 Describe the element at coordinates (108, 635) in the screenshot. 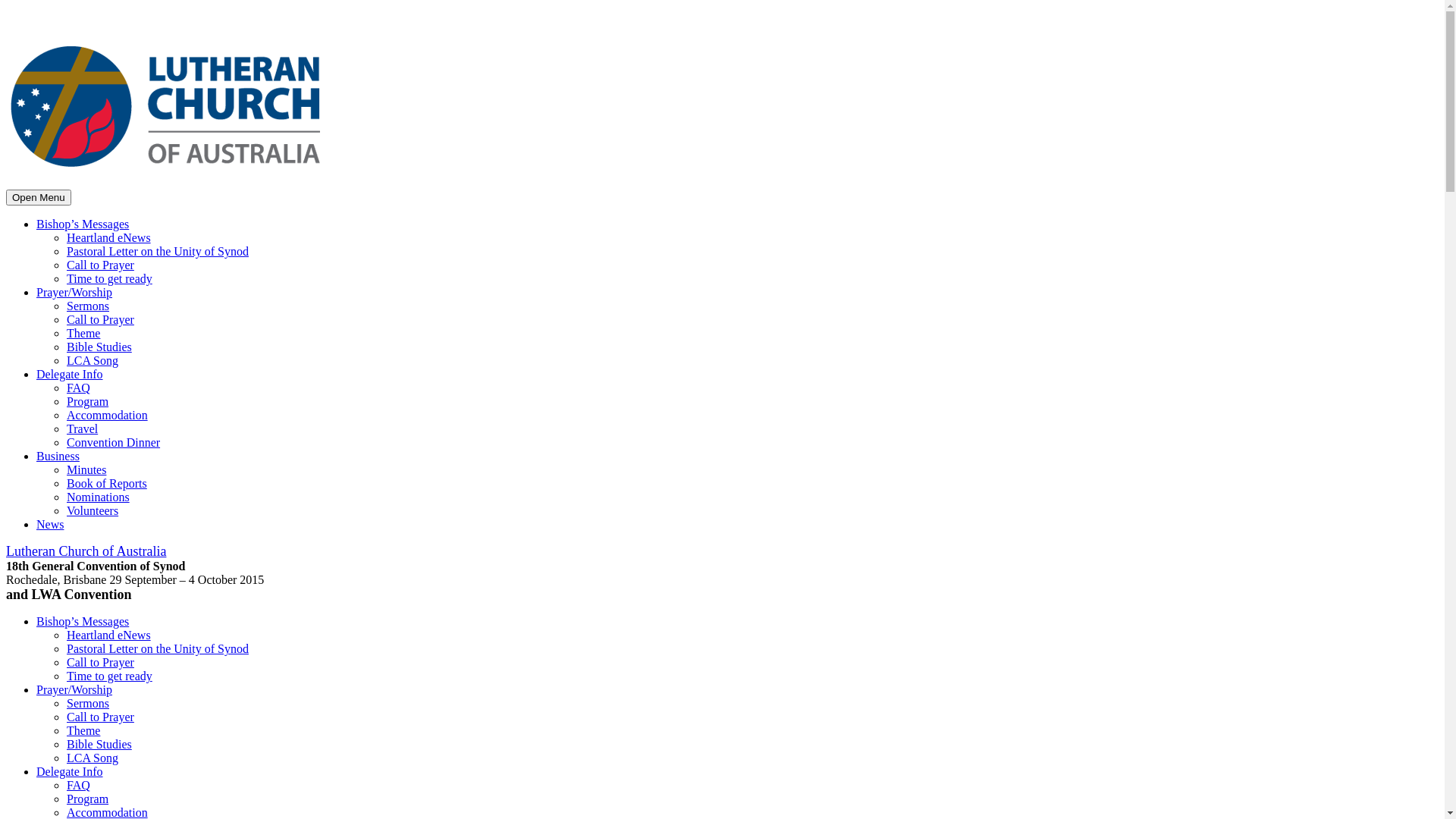

I see `'Heartland eNews'` at that location.